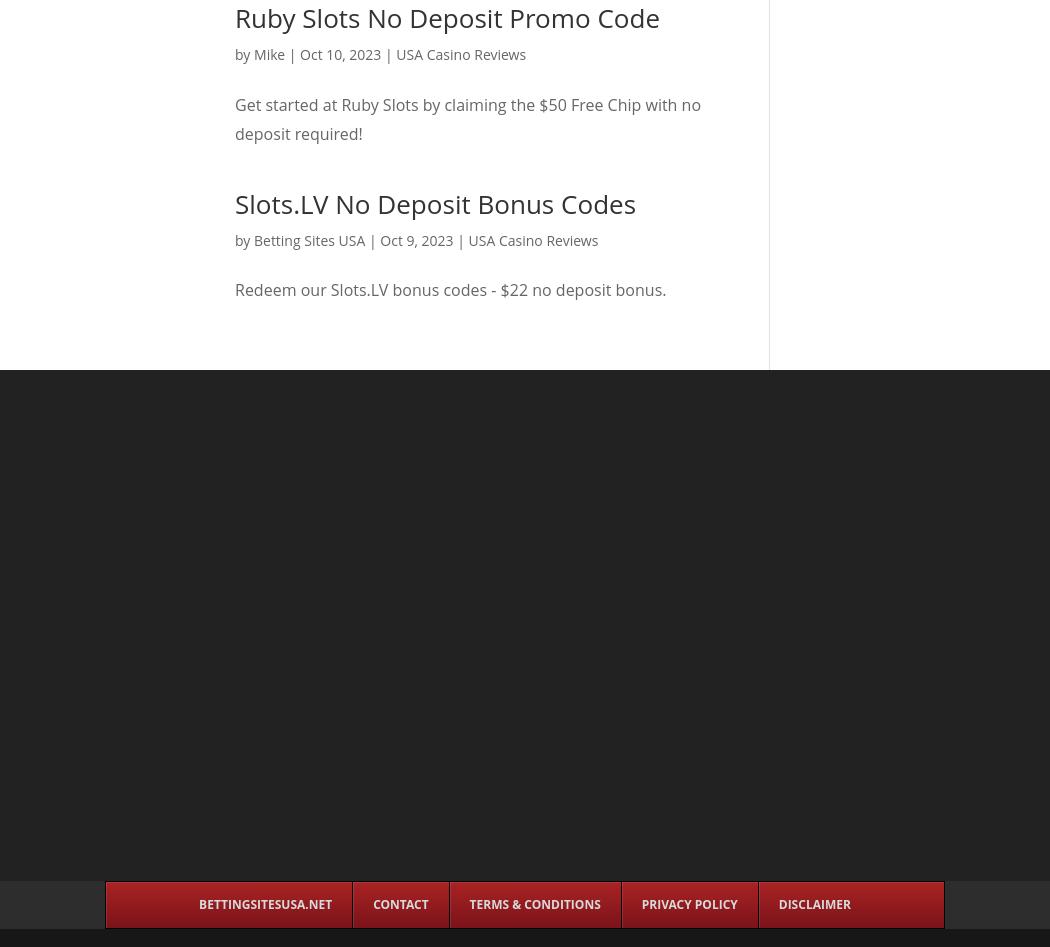 The height and width of the screenshot is (947, 1050). I want to click on 'Oct 9, 2023', so click(415, 239).